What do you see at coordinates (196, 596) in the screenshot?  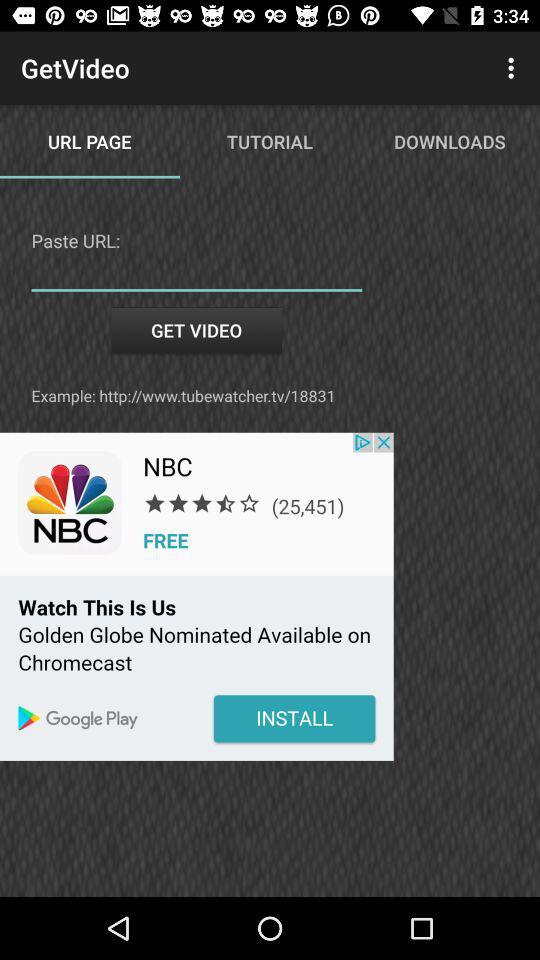 I see `app advertisement` at bounding box center [196, 596].